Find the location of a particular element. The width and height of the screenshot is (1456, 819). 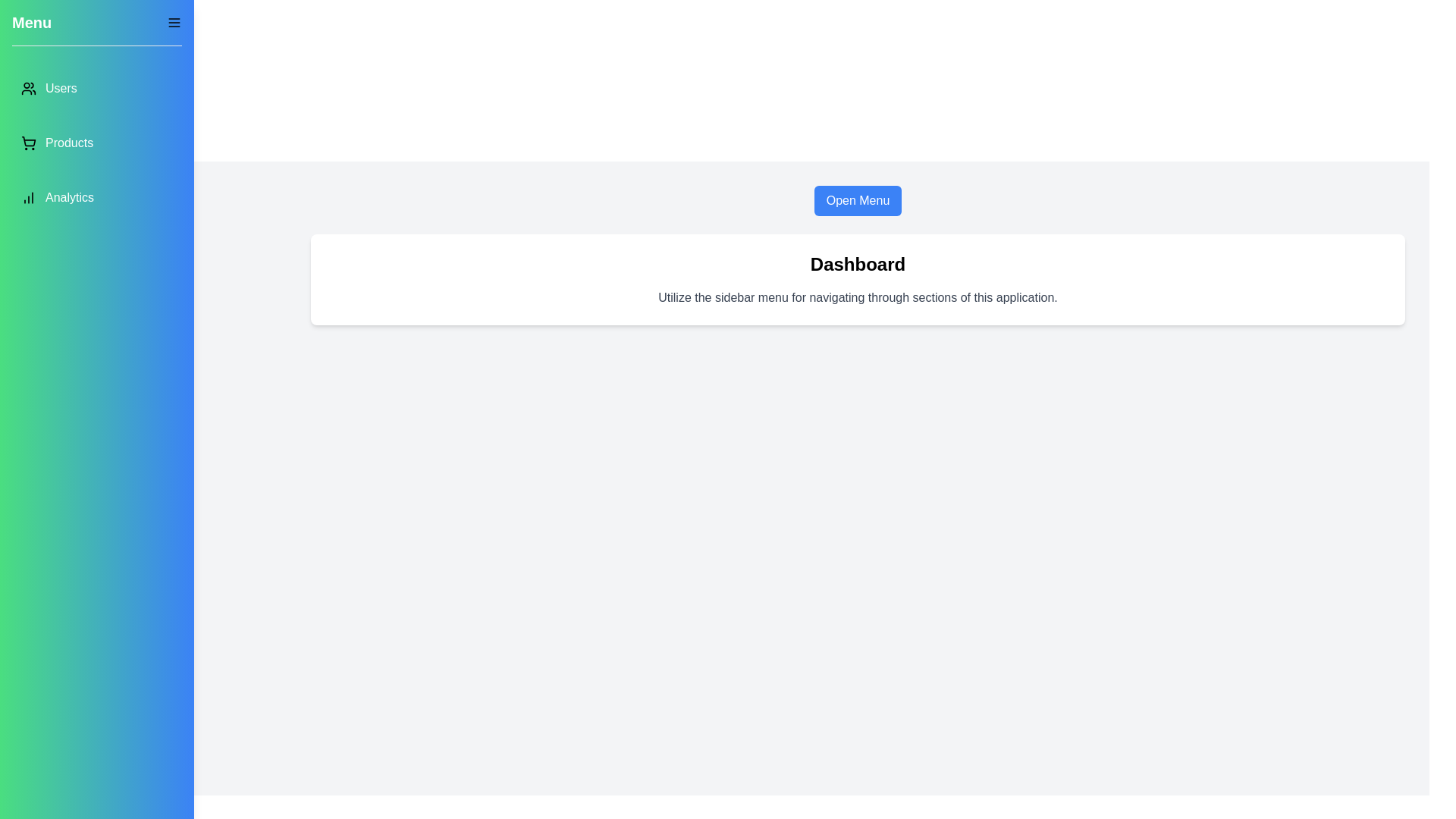

the 'Open Menu' button to open the drawer is located at coordinates (858, 200).